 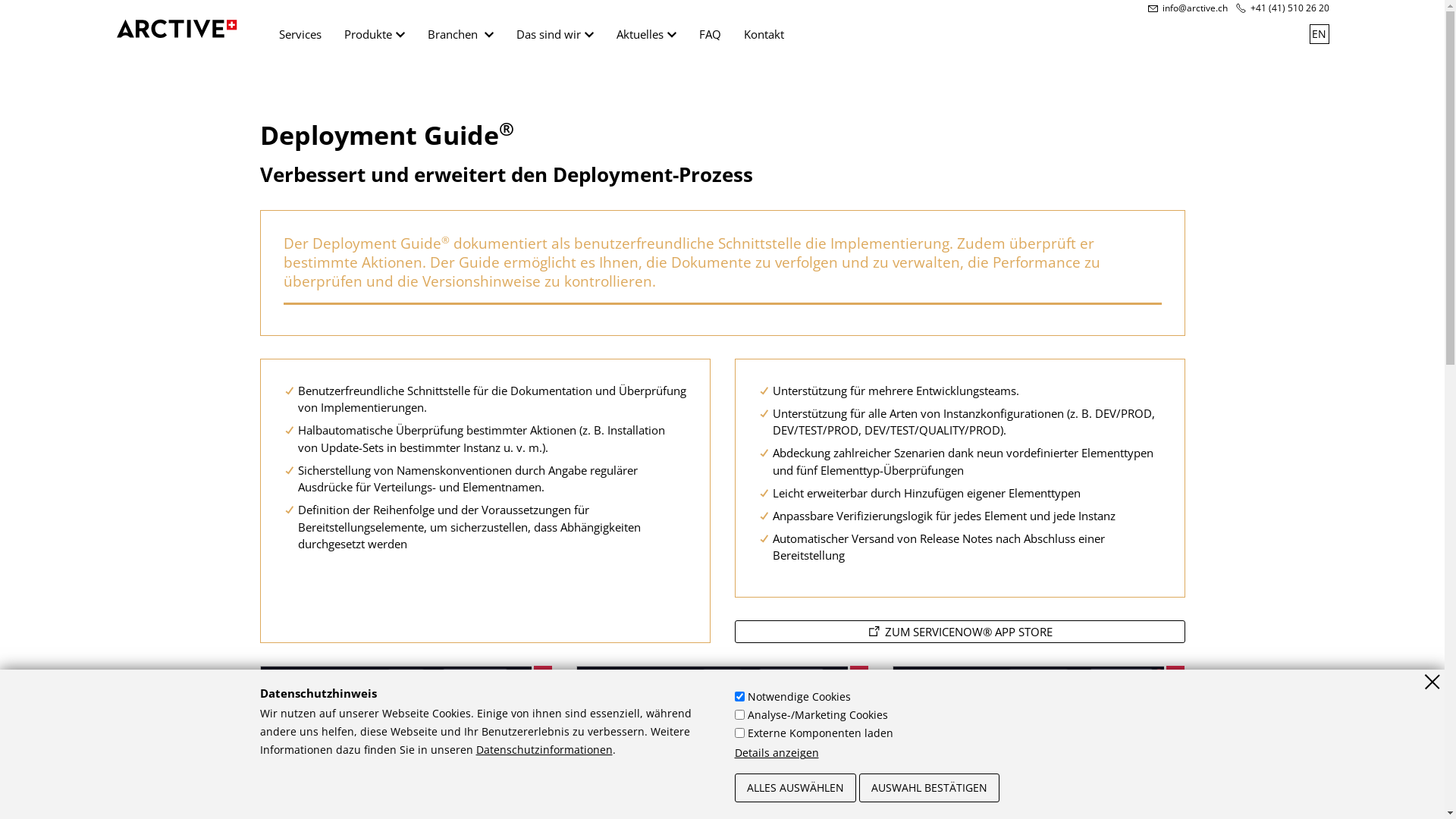 What do you see at coordinates (1281, 8) in the screenshot?
I see `'+41 (41) 510 26 20'` at bounding box center [1281, 8].